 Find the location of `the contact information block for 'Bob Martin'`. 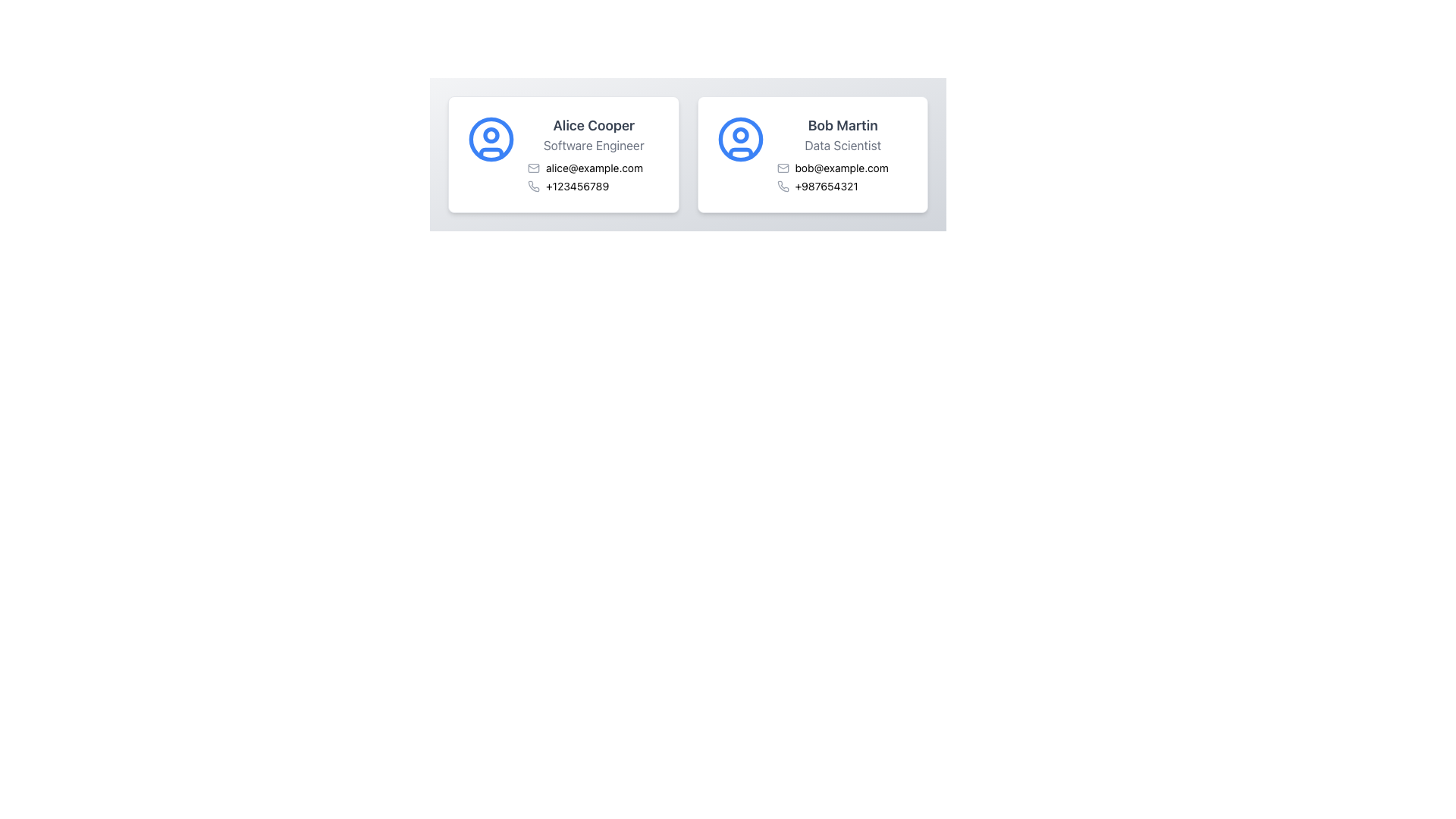

the contact information block for 'Bob Martin' is located at coordinates (842, 155).